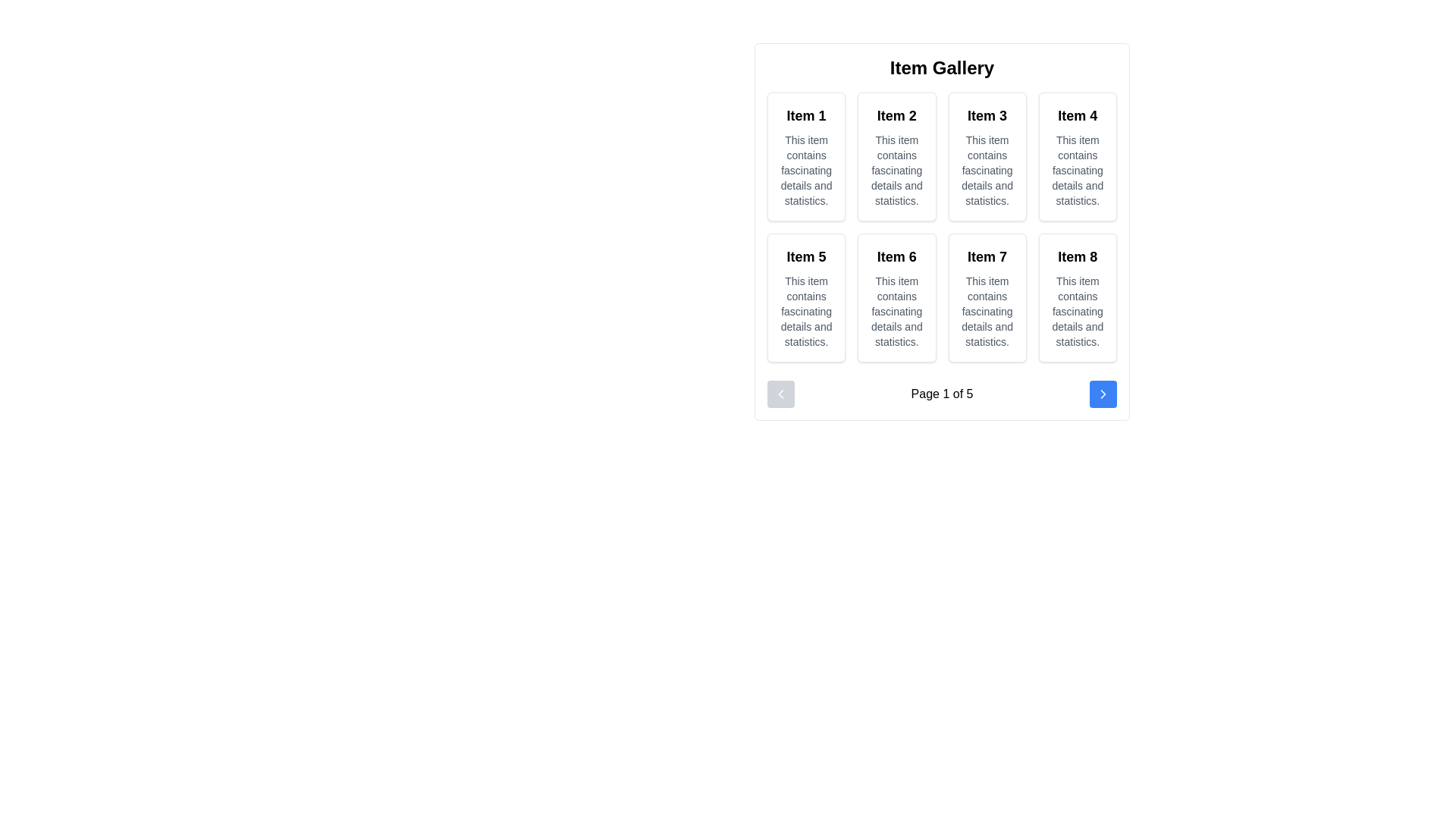  I want to click on text from the bold text label 'Item 4' located in the first row, fourth column of the 2x4 grid layout, so click(1077, 115).